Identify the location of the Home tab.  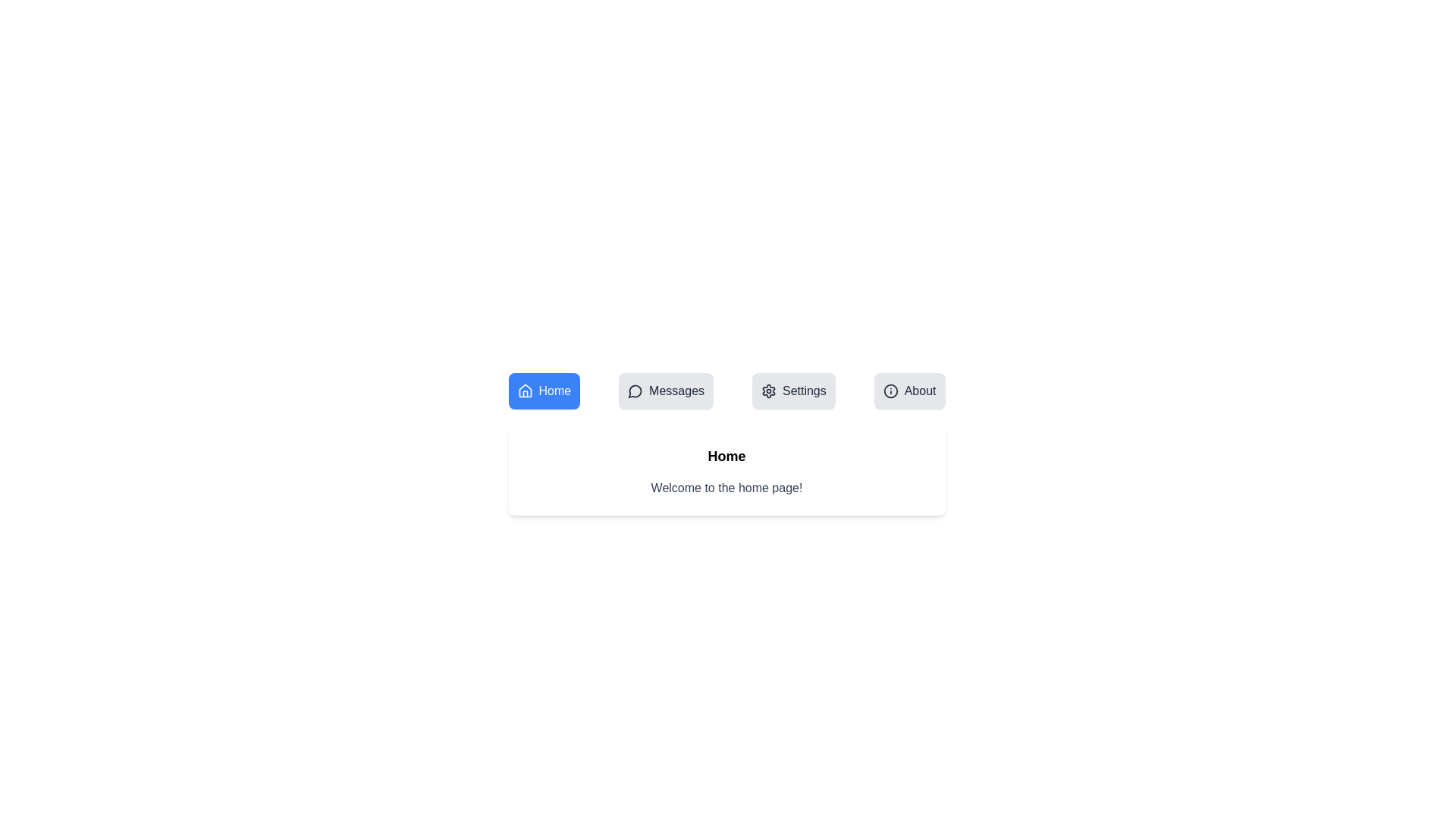
(544, 391).